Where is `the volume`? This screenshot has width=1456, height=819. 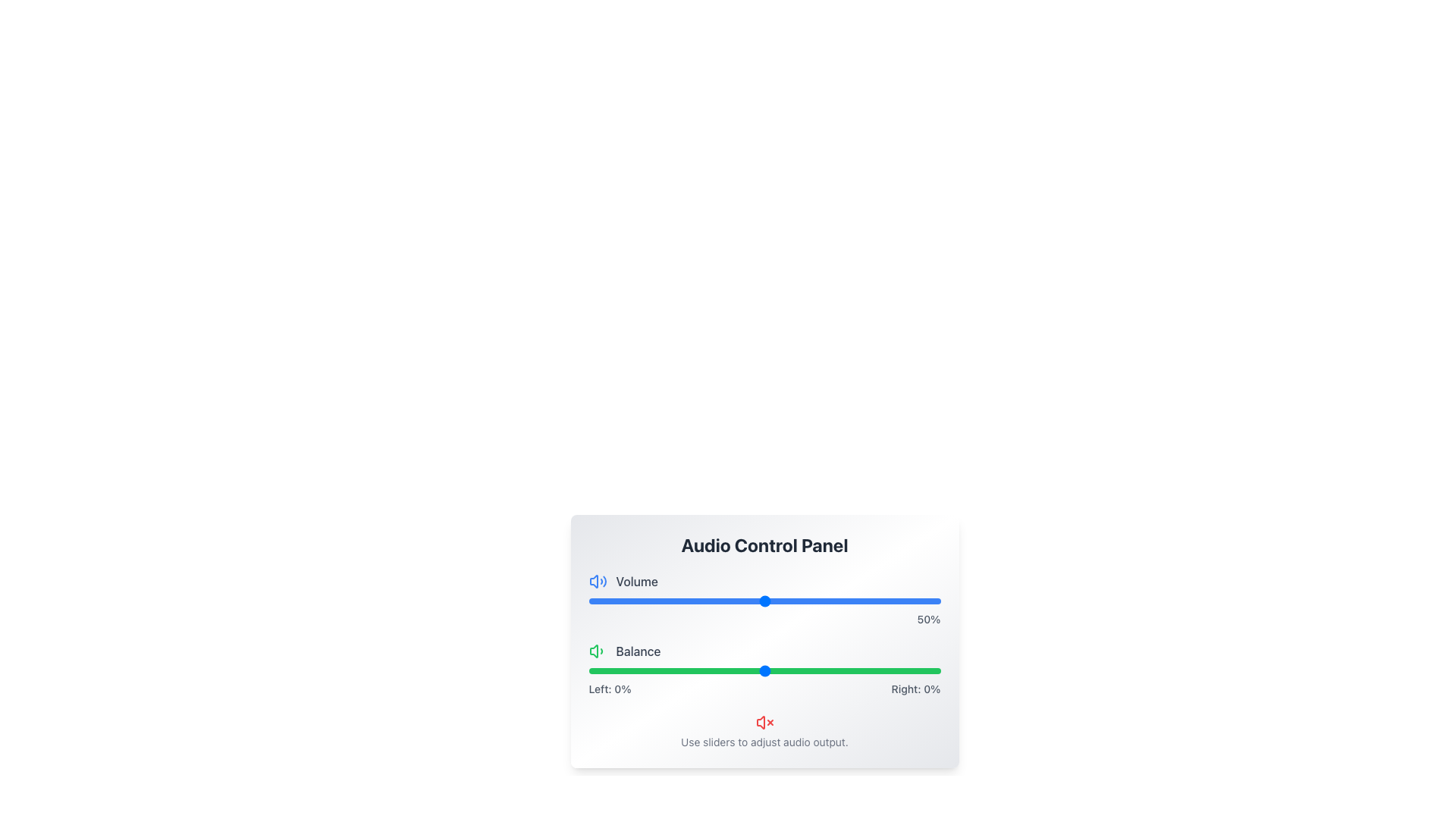
the volume is located at coordinates (659, 601).